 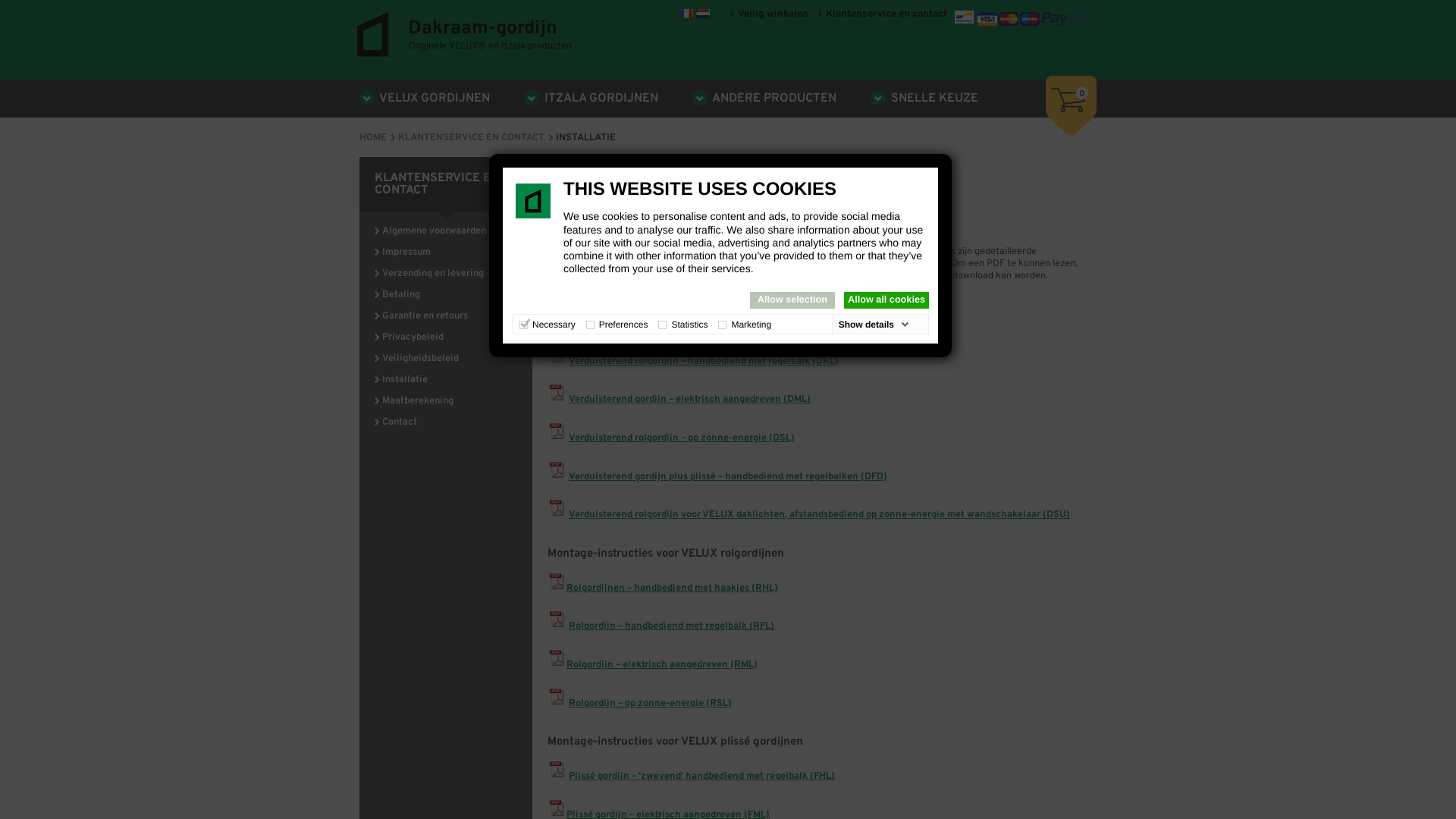 I want to click on 'Veiligheidsbeleid', so click(x=420, y=359).